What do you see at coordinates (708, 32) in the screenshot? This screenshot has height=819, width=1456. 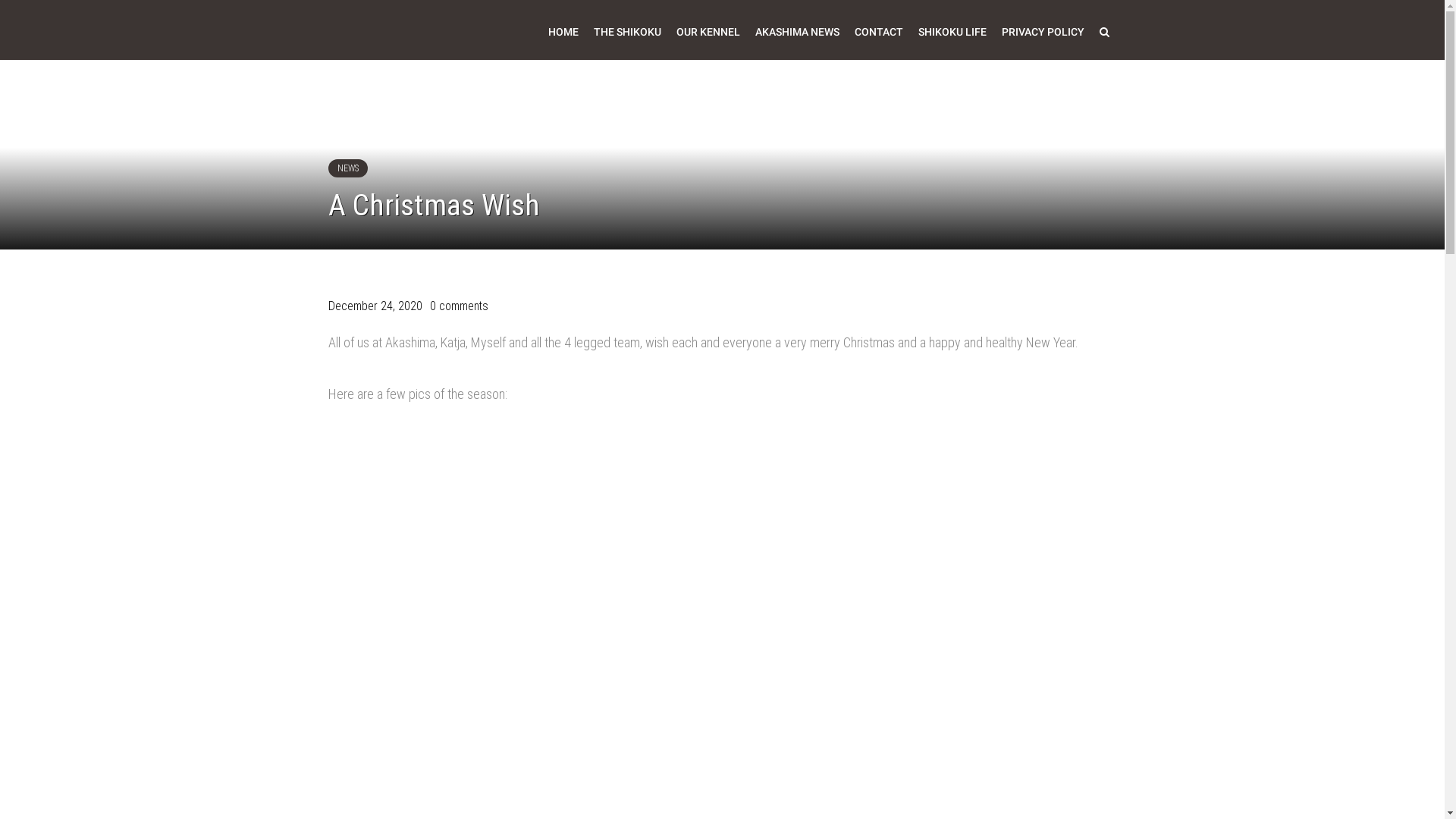 I see `'OUR KENNEL'` at bounding box center [708, 32].